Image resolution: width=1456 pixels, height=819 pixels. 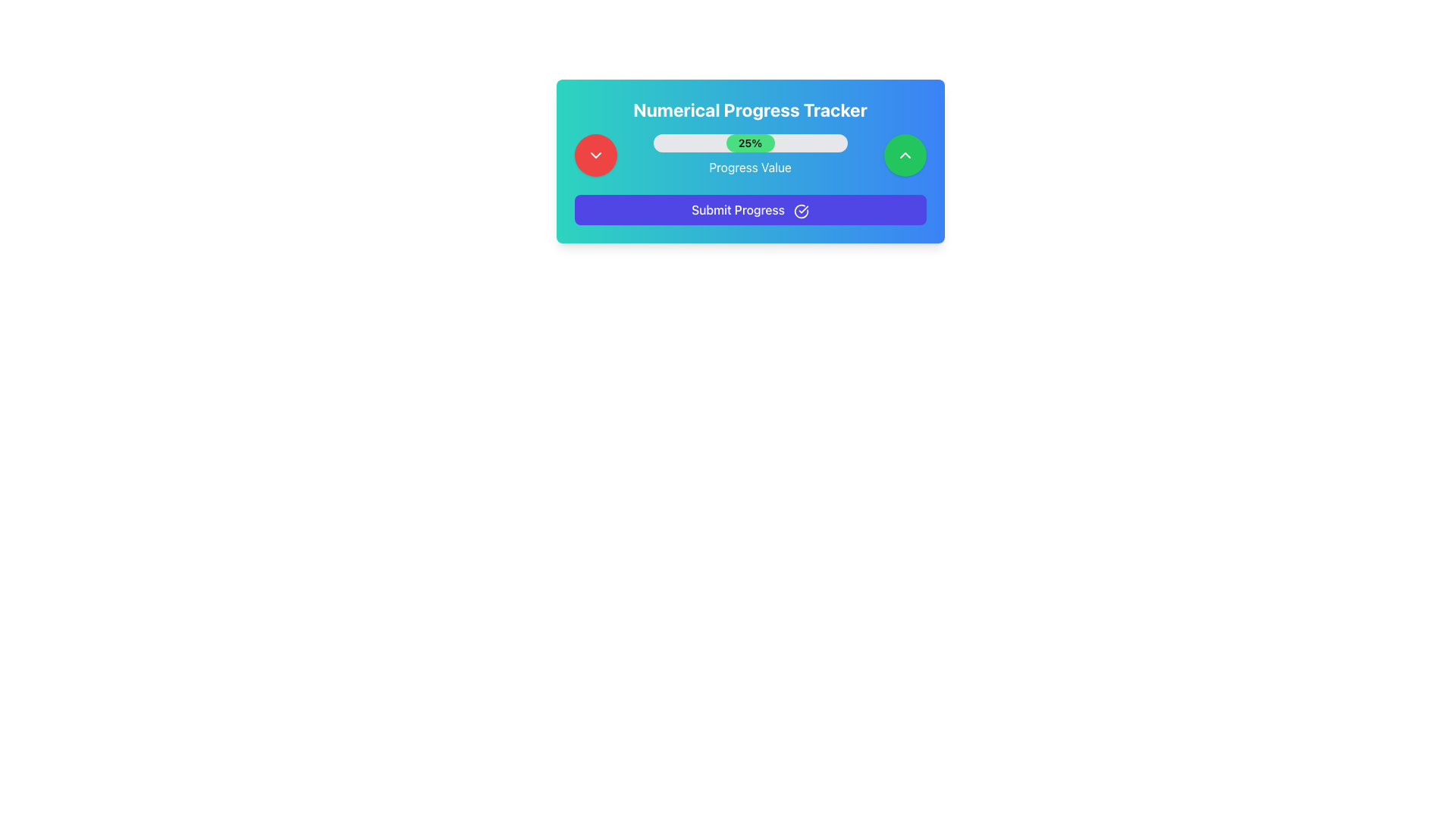 I want to click on the Combined progress bar and label component that visually represents the user's current progress as a percentage, located below the title 'Numerical Progress Tracker' and above the 'Submit Progress' button, so click(x=750, y=155).